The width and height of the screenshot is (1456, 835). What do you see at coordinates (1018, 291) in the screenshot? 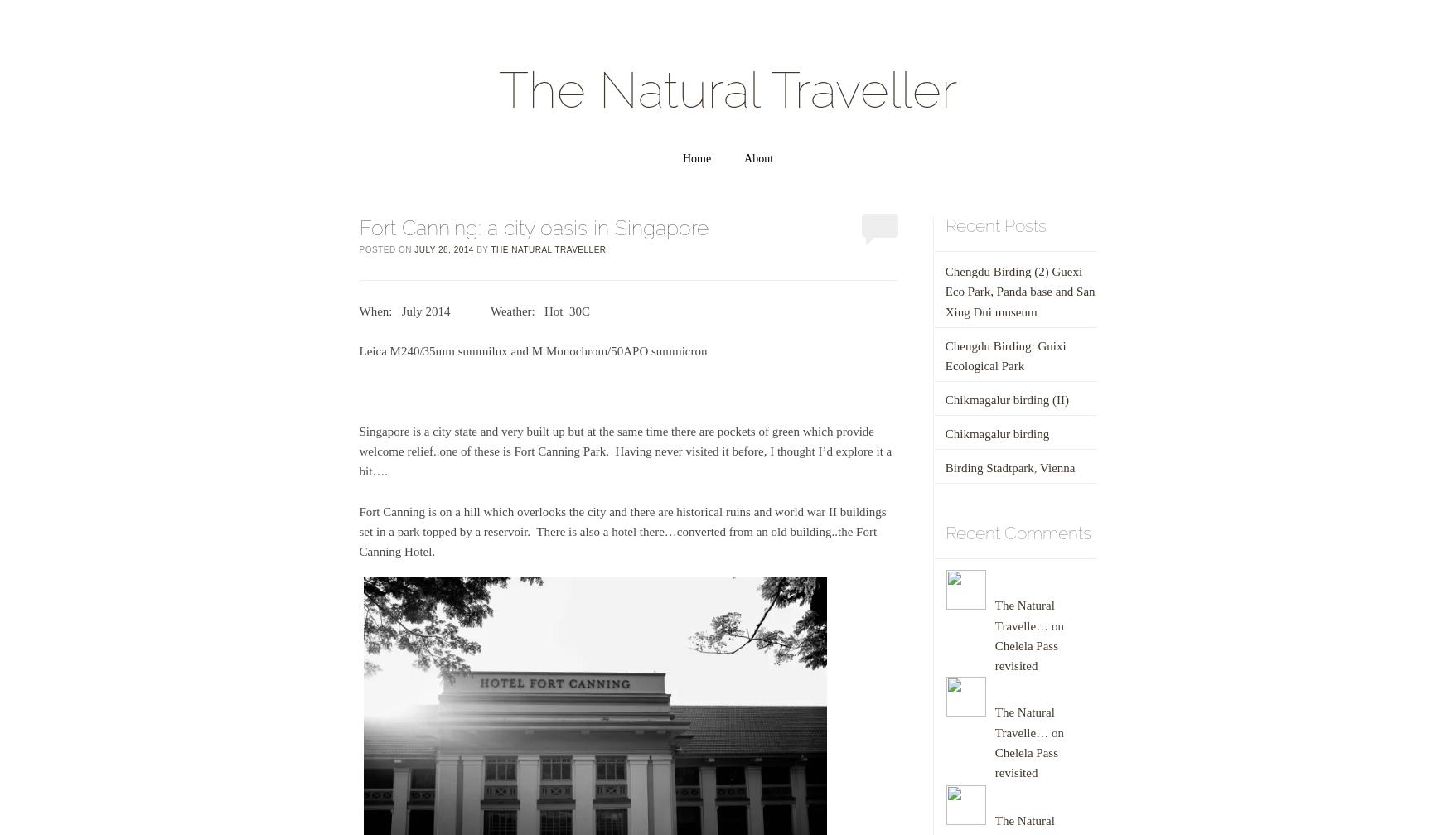
I see `'Chengdu Birding (2) Guexi Eco Park, Panda base and San Xing Dui museum'` at bounding box center [1018, 291].